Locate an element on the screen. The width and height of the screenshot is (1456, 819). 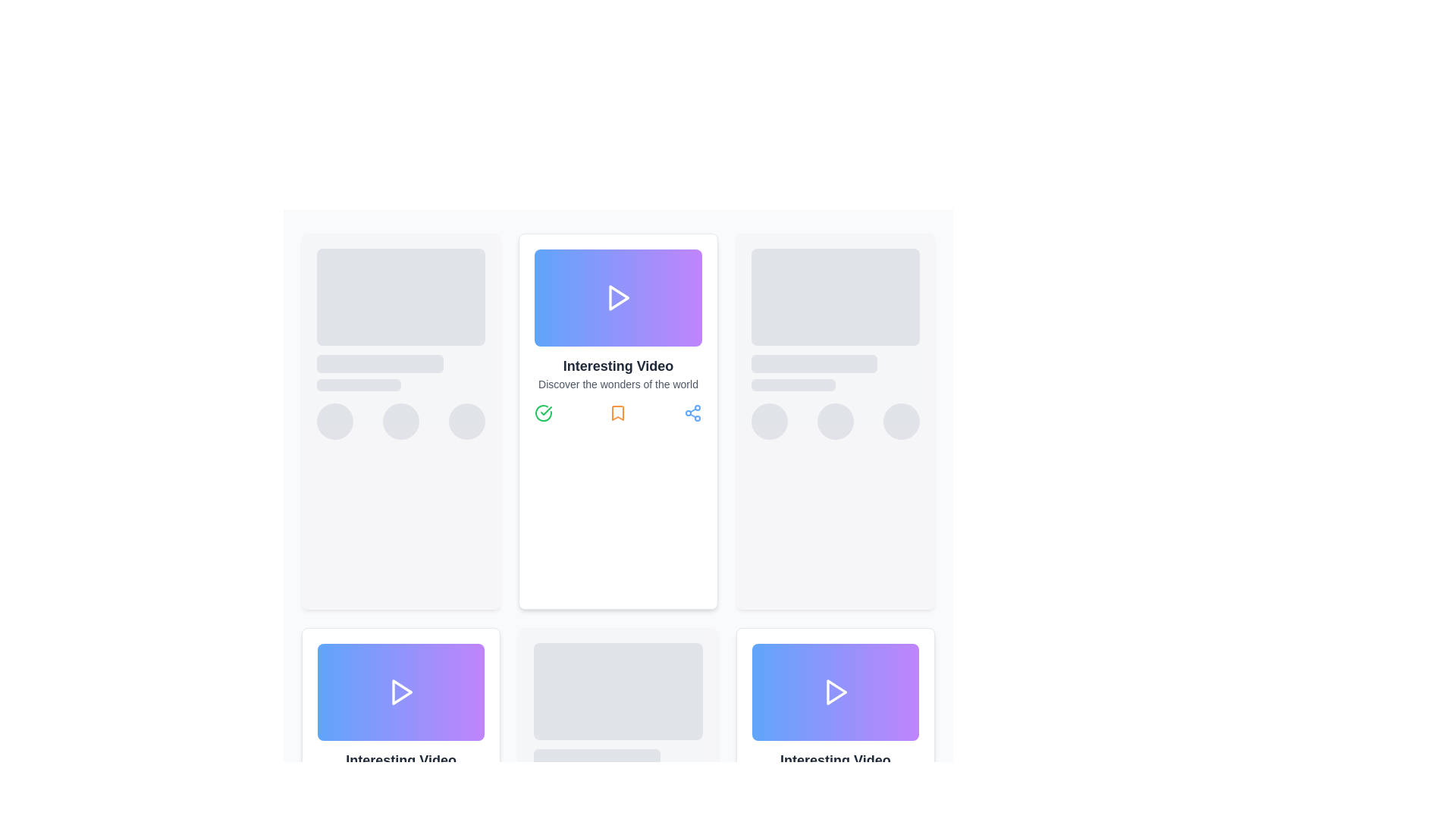
the circular green checkmark icon, which is the leftmost in a row of three icons at the bottom of a card component is located at coordinates (544, 413).